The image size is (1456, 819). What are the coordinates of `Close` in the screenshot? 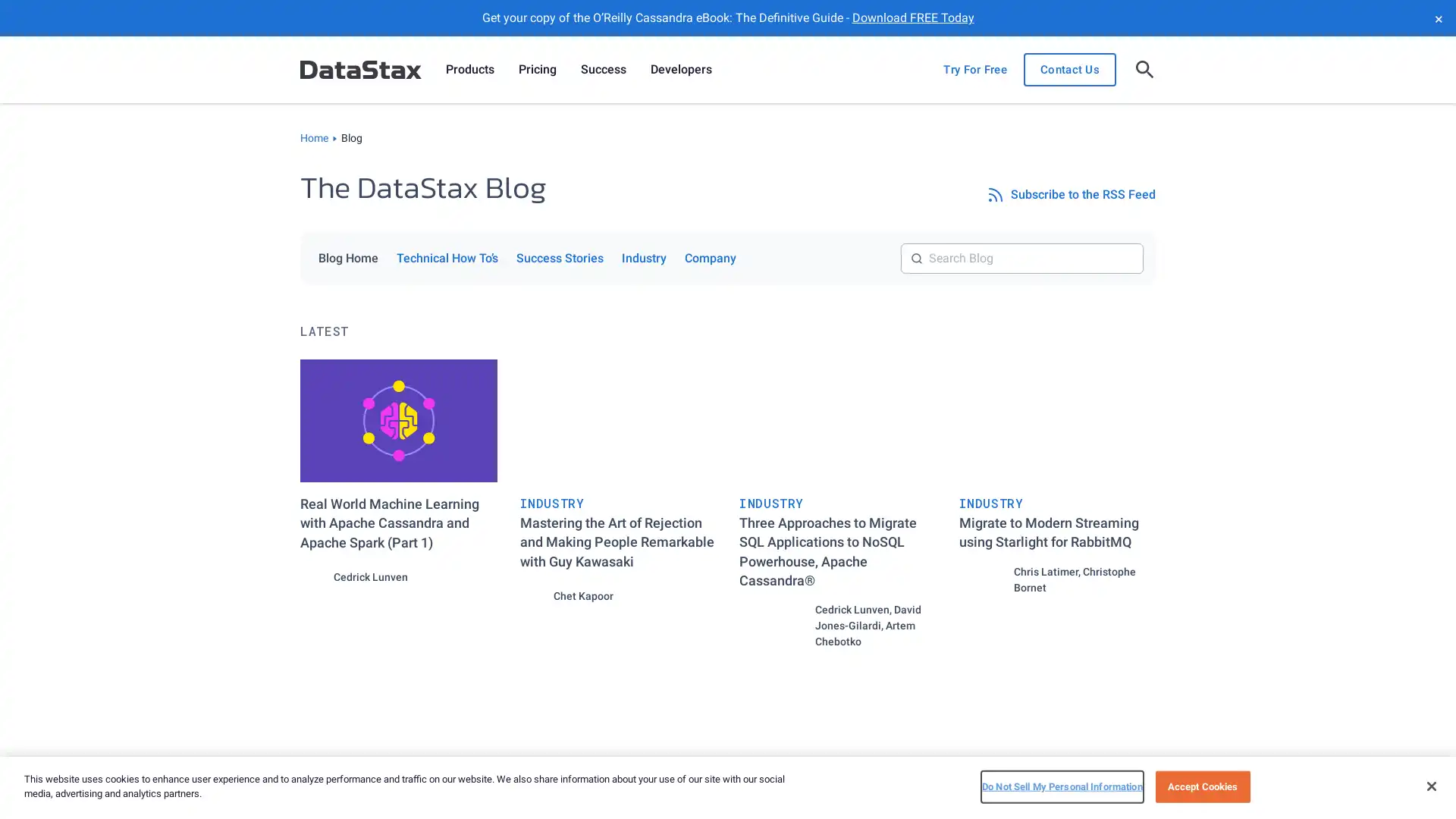 It's located at (1430, 785).